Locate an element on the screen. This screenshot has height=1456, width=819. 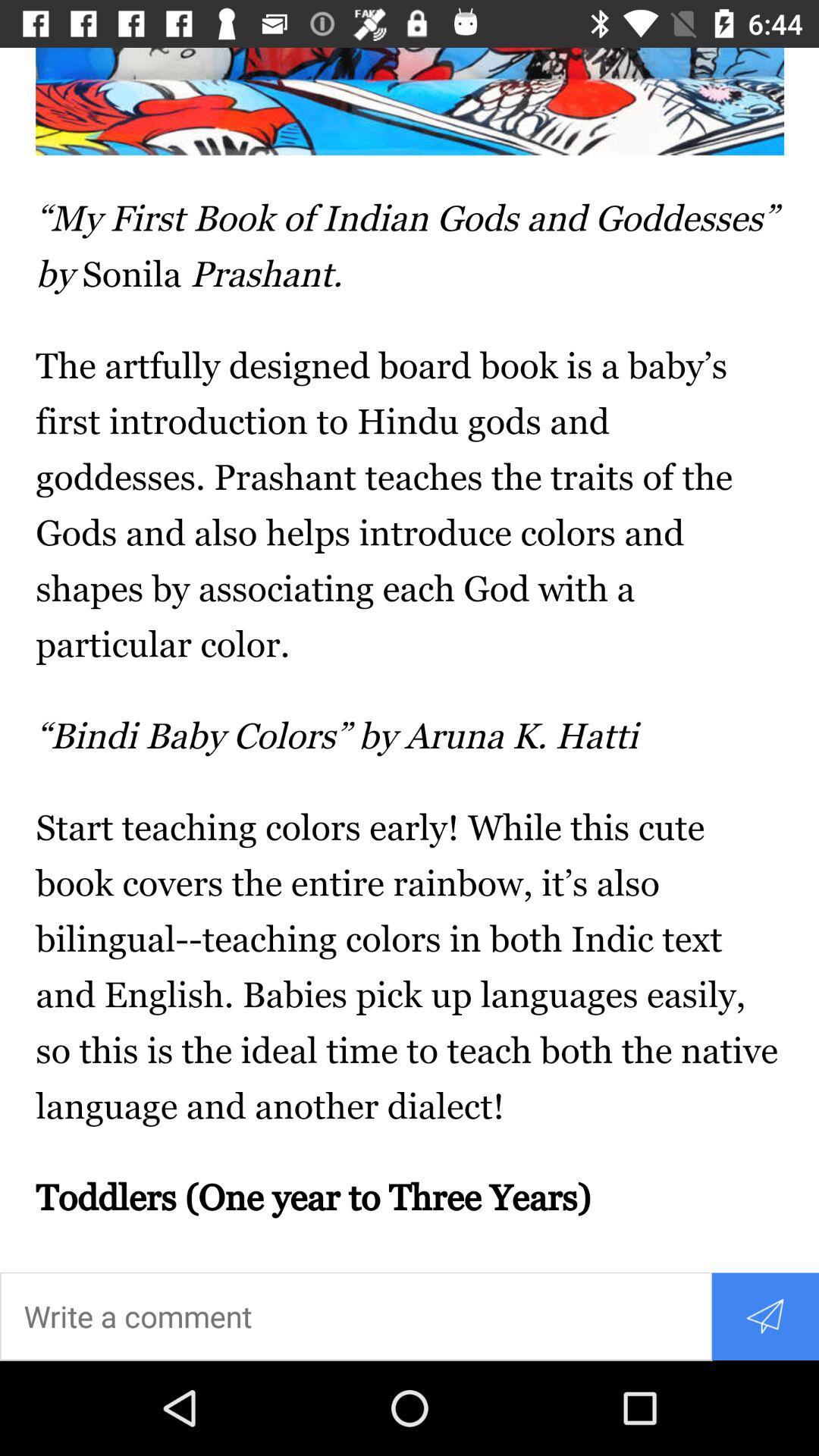
enter is located at coordinates (356, 1315).